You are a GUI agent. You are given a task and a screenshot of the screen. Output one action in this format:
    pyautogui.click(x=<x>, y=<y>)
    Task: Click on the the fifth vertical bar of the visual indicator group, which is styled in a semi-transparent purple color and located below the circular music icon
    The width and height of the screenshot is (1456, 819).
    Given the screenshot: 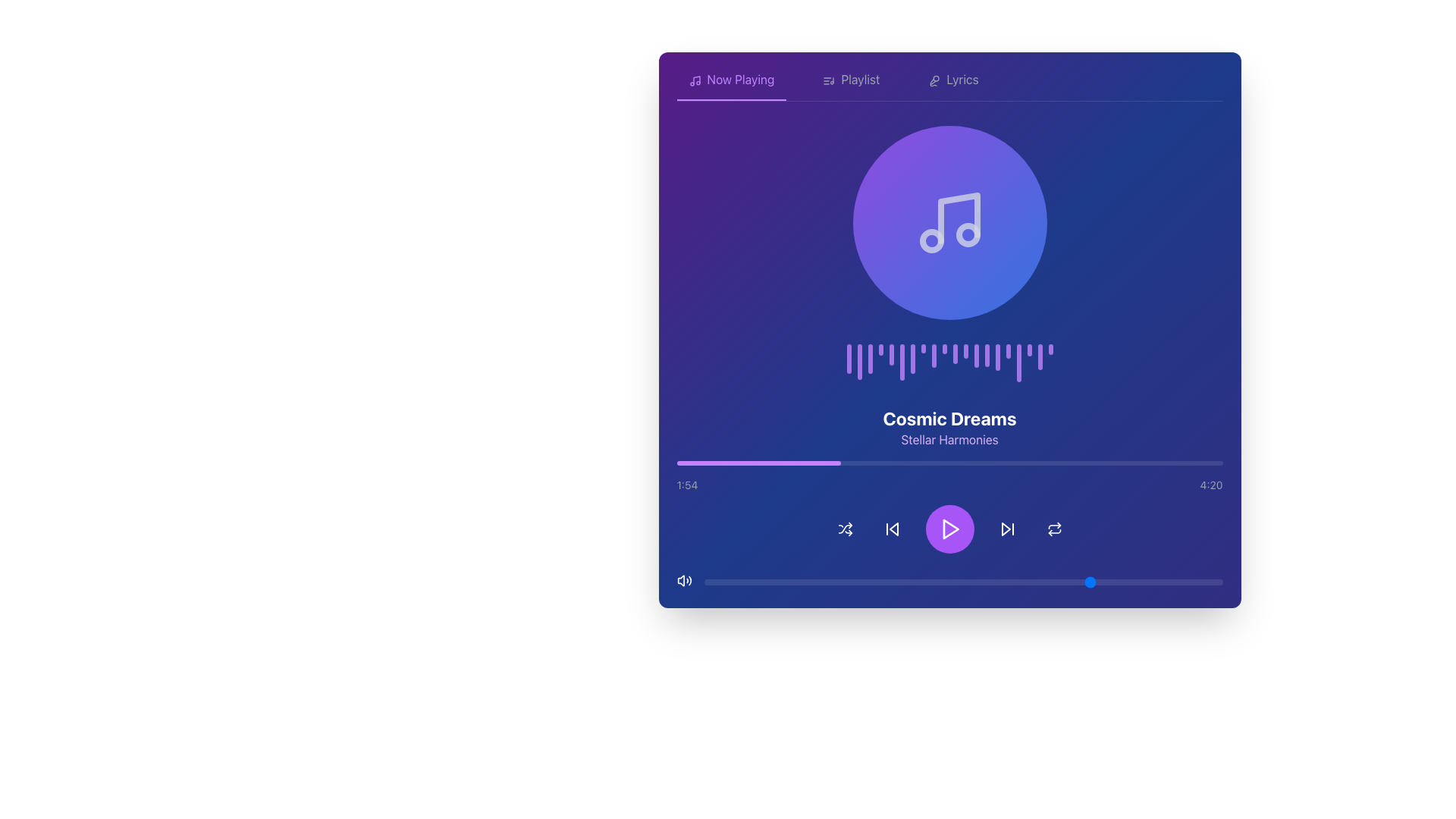 What is the action you would take?
    pyautogui.click(x=891, y=354)
    